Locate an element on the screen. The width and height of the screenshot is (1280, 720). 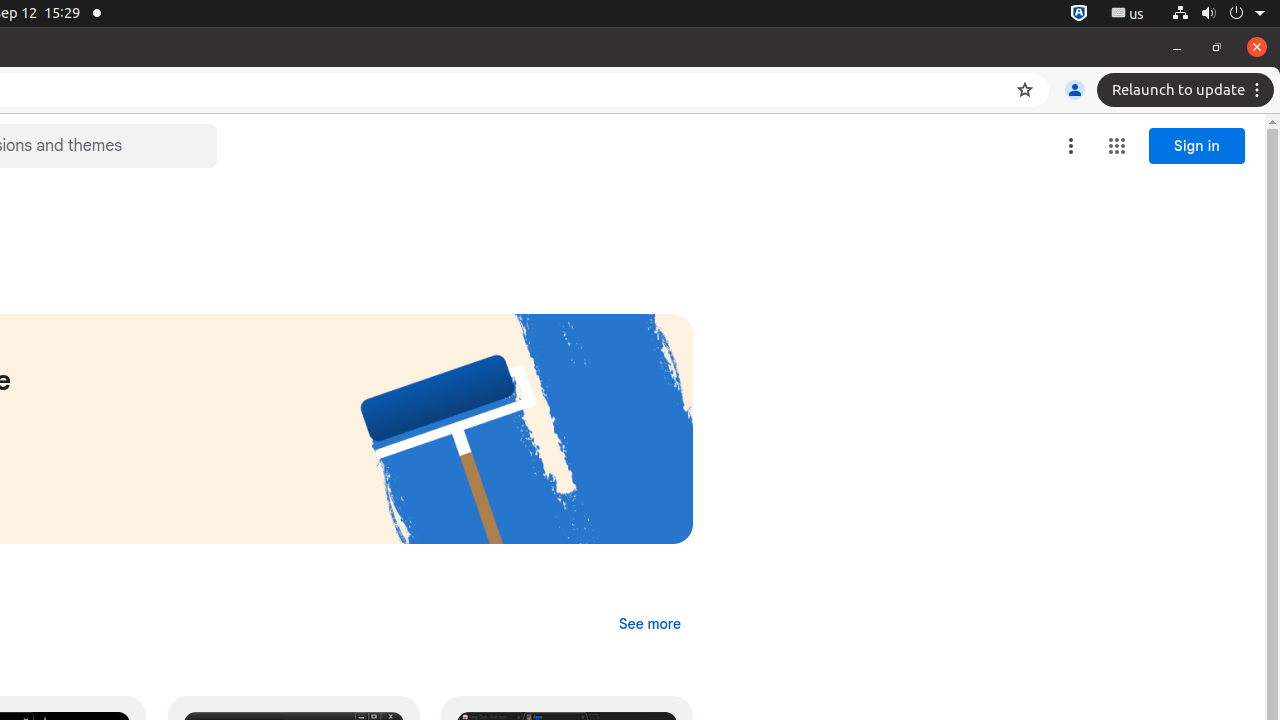
':1.21/StatusNotifierItem' is located at coordinates (1127, 13).